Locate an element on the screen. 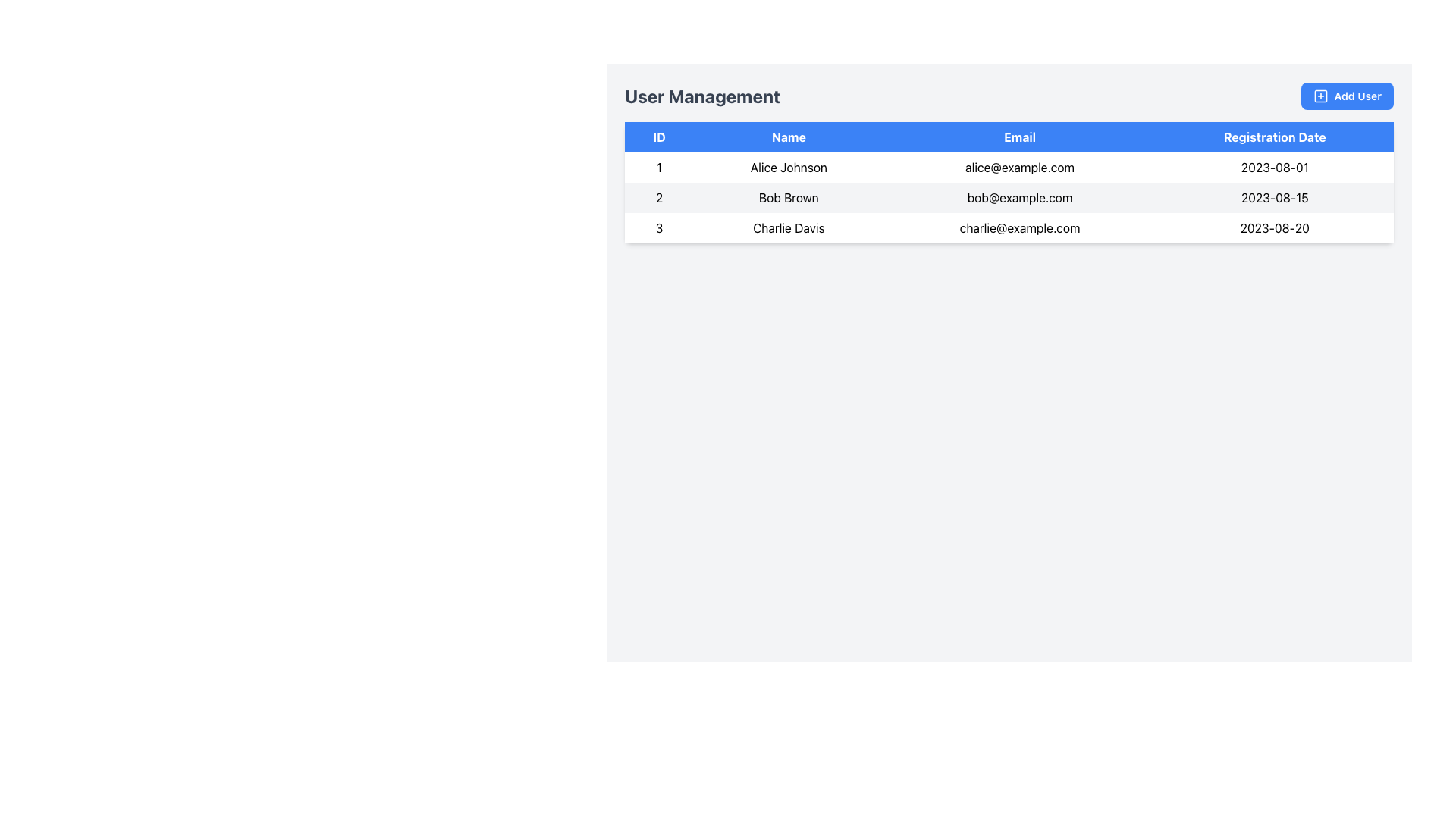 The width and height of the screenshot is (1456, 819). the table row containing user 'Bob Brown' in the 'User Management' table is located at coordinates (1009, 197).